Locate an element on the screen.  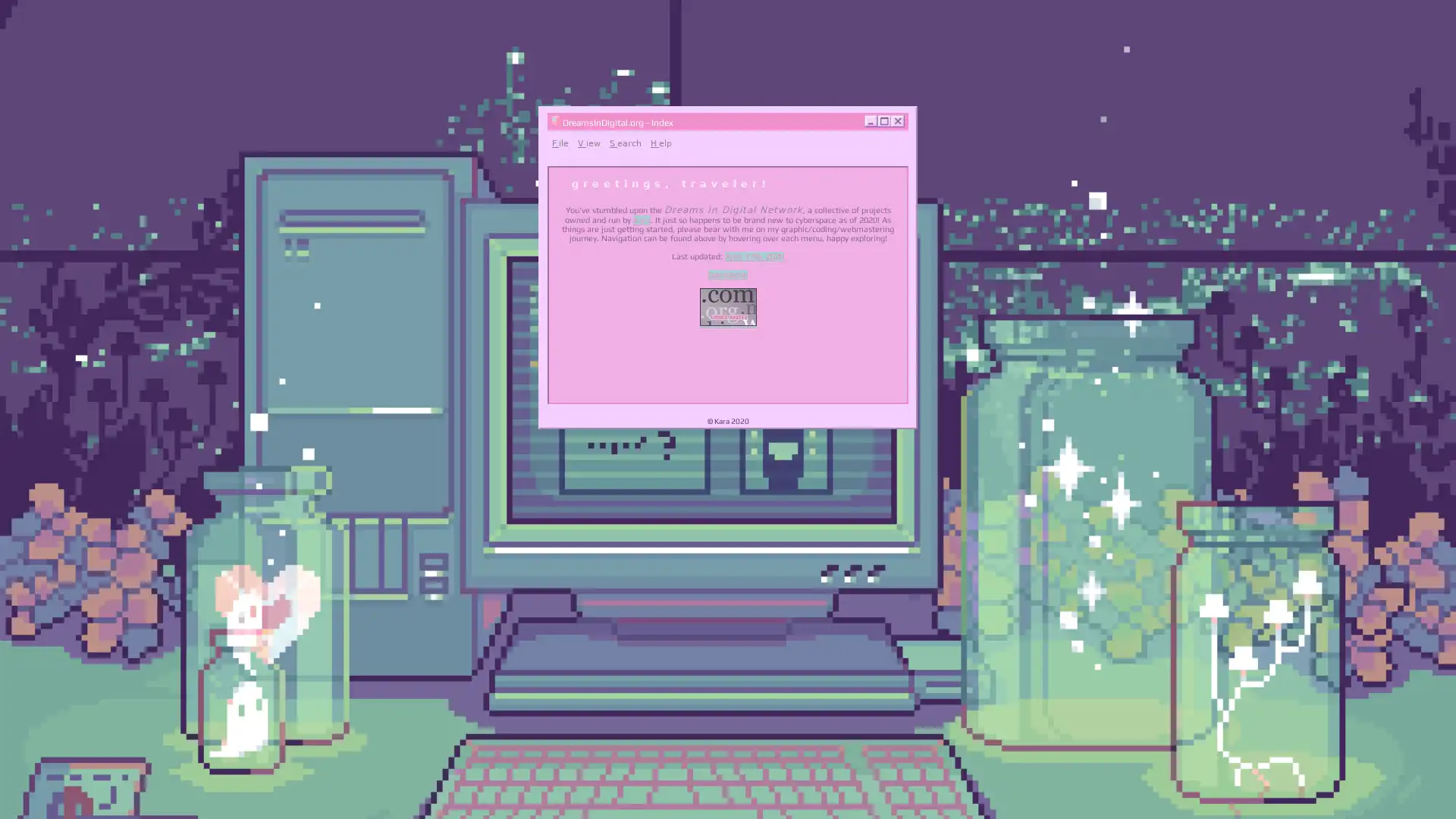
File is located at coordinates (560, 143).